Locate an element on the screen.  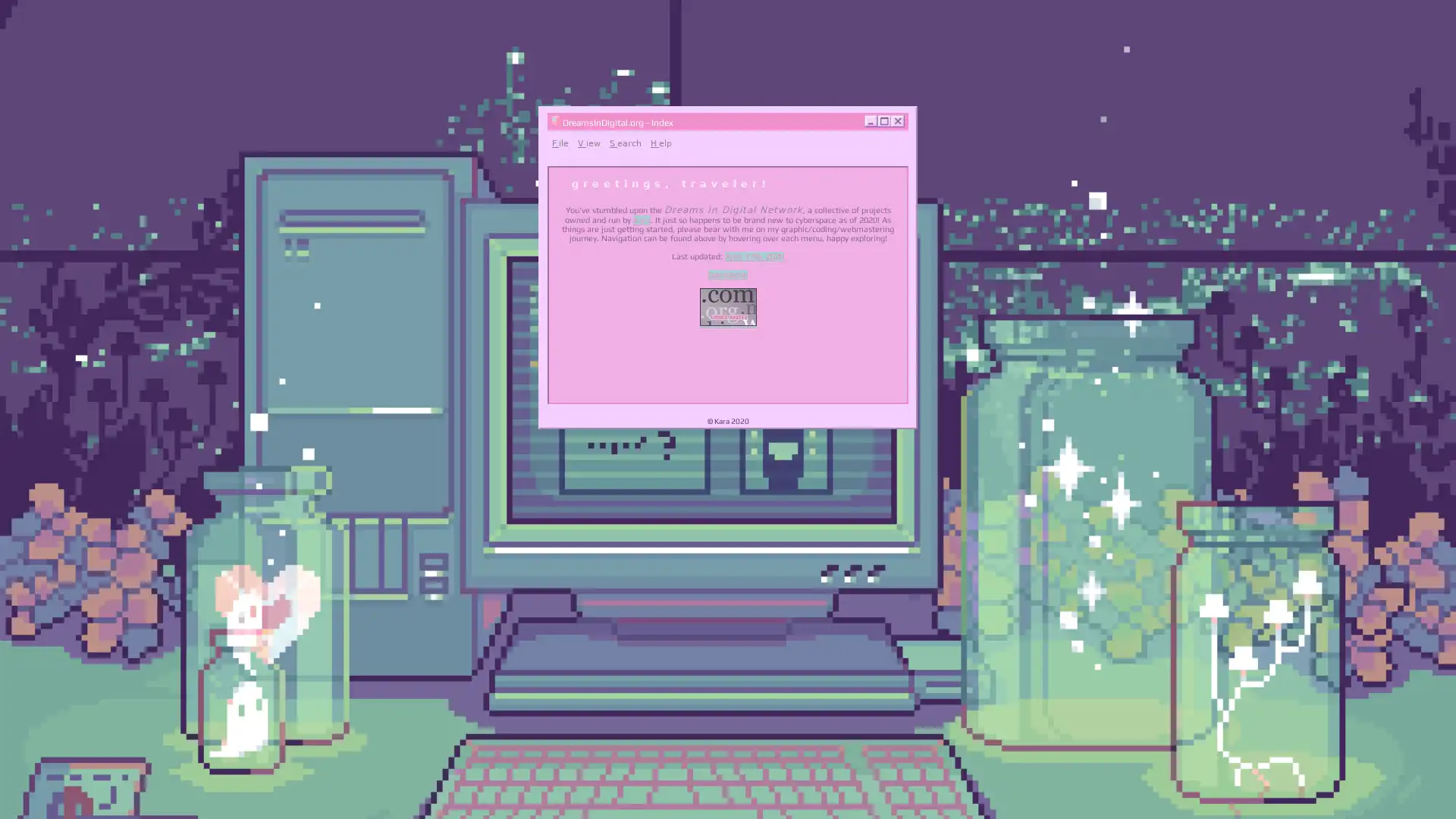
File is located at coordinates (560, 143).